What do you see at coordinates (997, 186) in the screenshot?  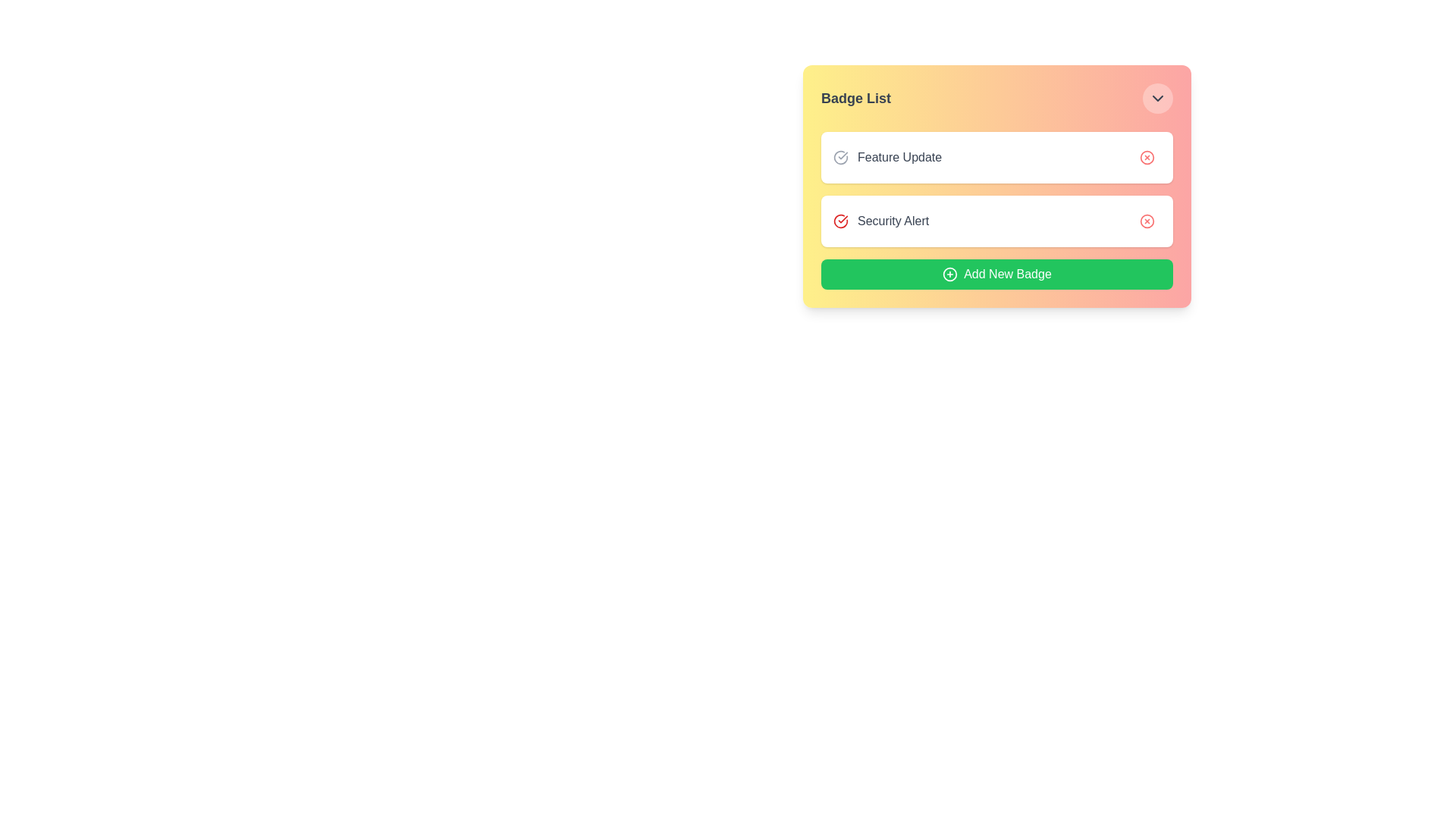 I see `the circle icon associated with the 'Feature Update' item in the Badge List, which is part of a composite widget containing a list and an 'Add New Badge' button` at bounding box center [997, 186].